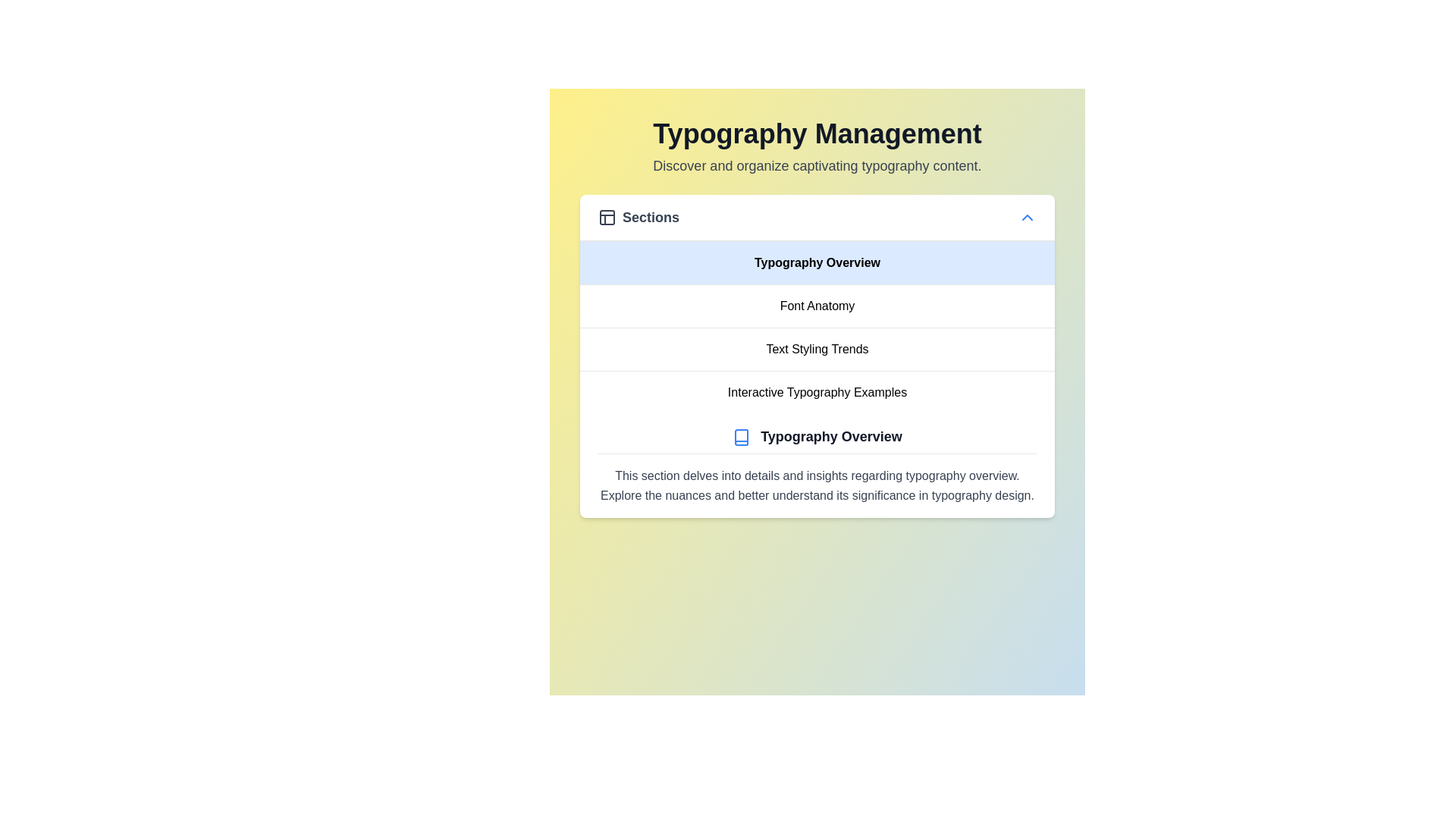 This screenshot has width=1456, height=819. I want to click on the paragraph providing detailed textual information about typography, located below the title 'Typography Overview' and an icon, so click(817, 485).